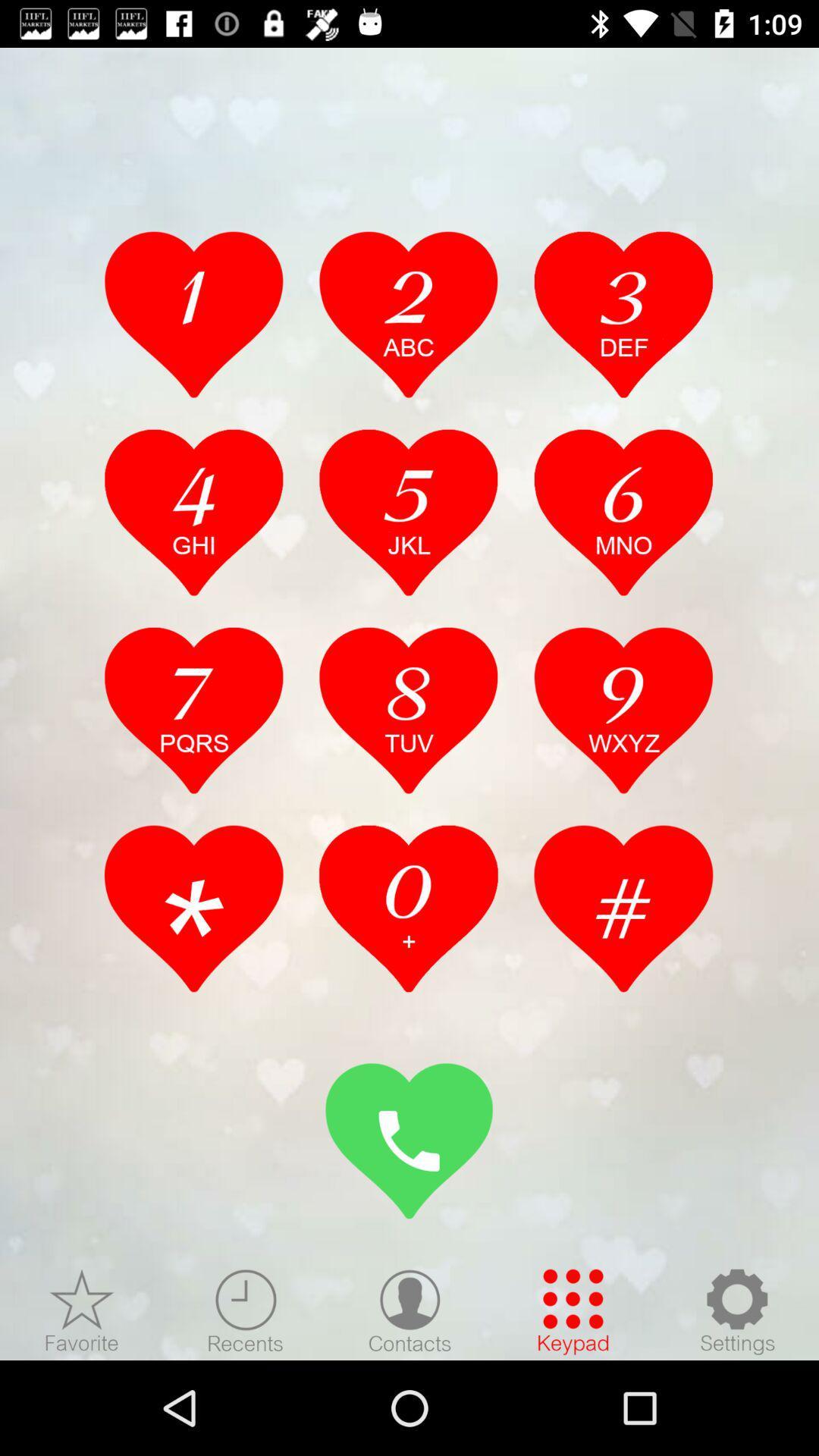 Image resolution: width=819 pixels, height=1456 pixels. What do you see at coordinates (82, 1310) in the screenshot?
I see `the star icon` at bounding box center [82, 1310].